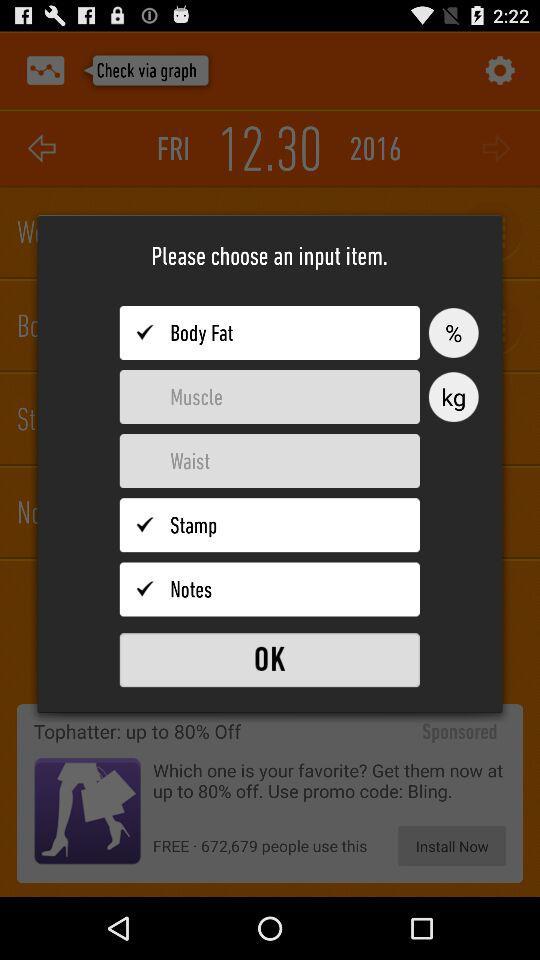 The image size is (540, 960). Describe the element at coordinates (453, 333) in the screenshot. I see `icon above kg item` at that location.